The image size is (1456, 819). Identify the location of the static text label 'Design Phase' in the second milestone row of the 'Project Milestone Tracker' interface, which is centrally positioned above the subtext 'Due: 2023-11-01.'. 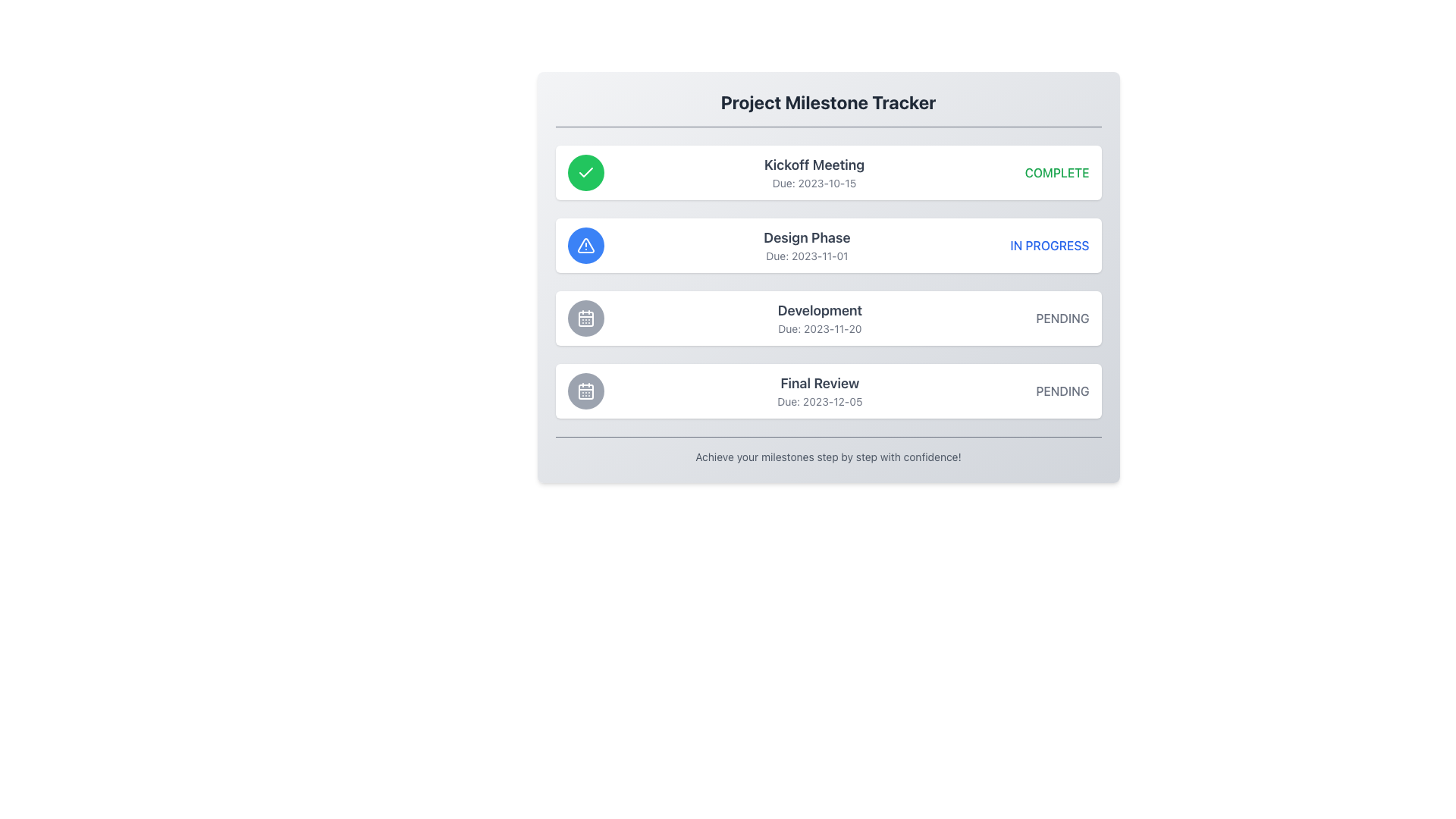
(806, 237).